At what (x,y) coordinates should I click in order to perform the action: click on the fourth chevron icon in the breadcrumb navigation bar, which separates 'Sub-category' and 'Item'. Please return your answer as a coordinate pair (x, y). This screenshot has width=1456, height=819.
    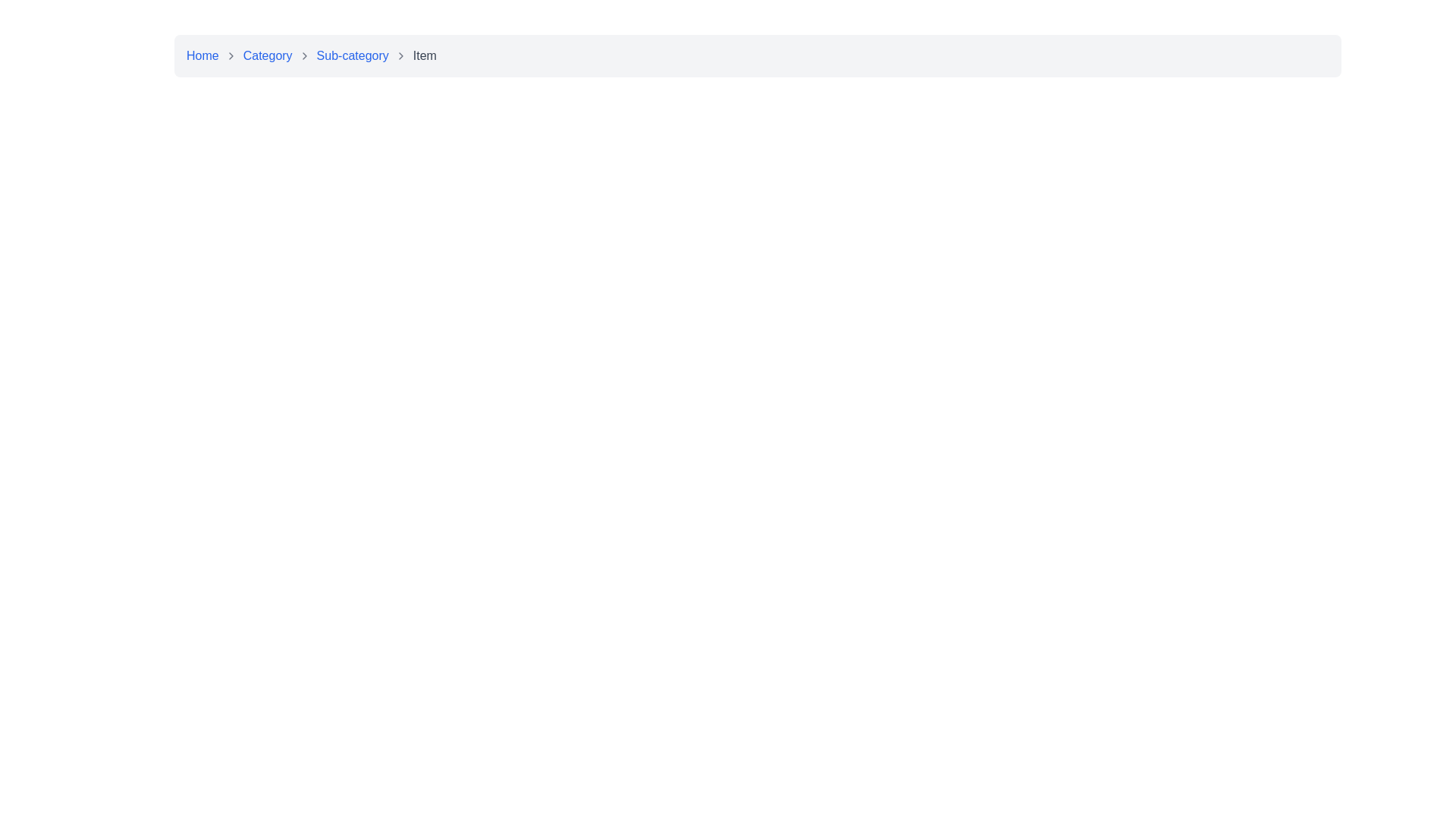
    Looking at the image, I should click on (400, 55).